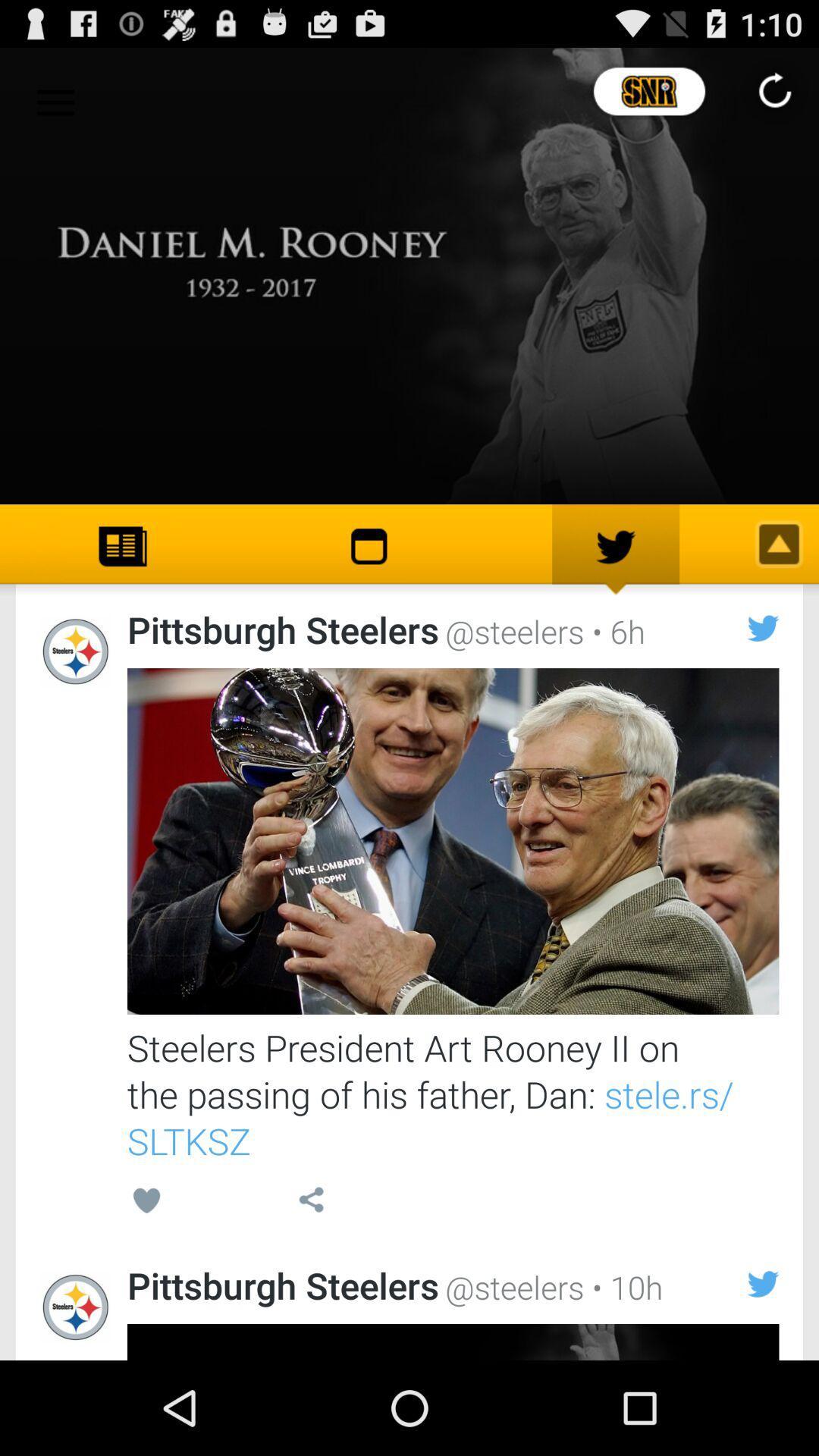  Describe the element at coordinates (452, 840) in the screenshot. I see `show article` at that location.